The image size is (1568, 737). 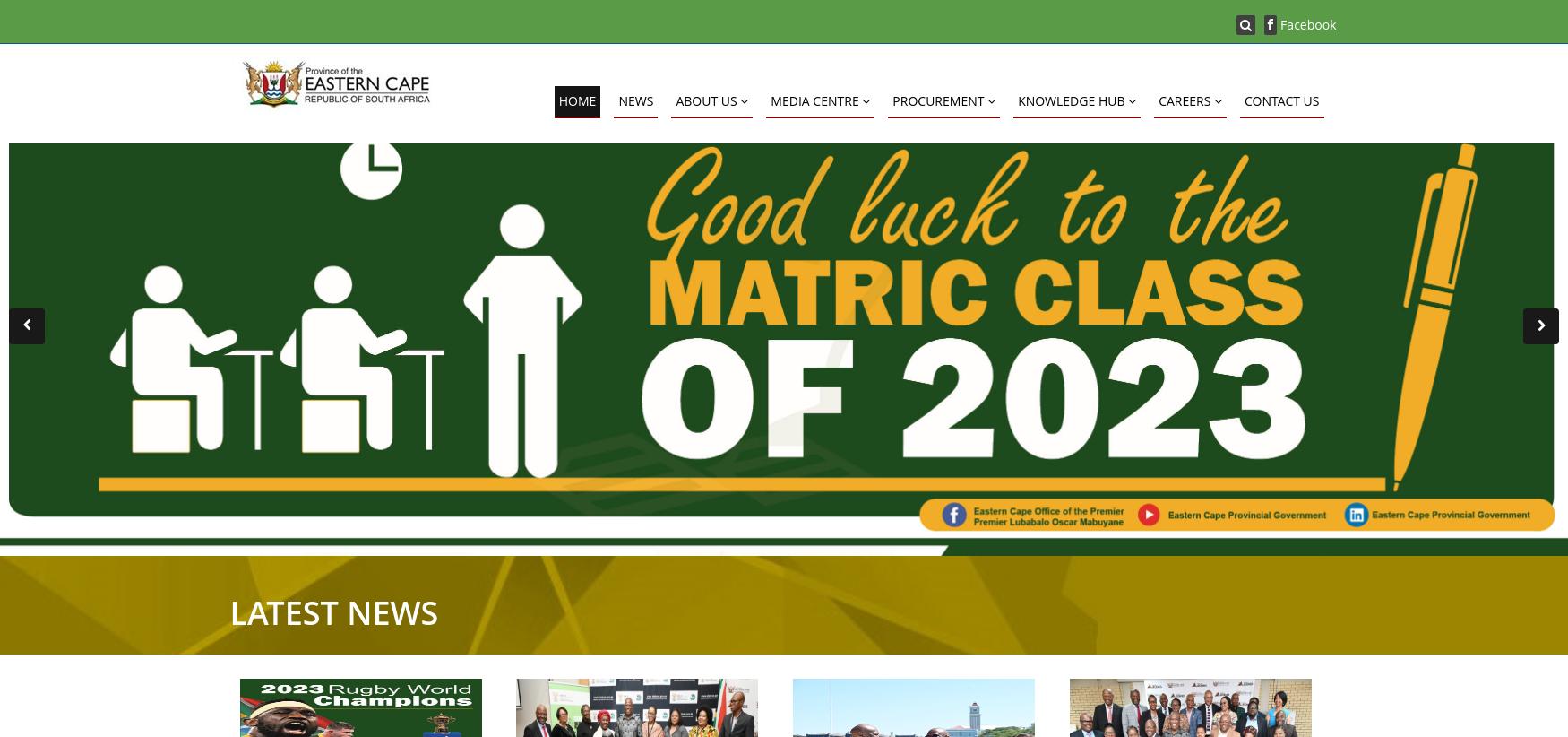 I want to click on 'NEWS', so click(x=635, y=100).